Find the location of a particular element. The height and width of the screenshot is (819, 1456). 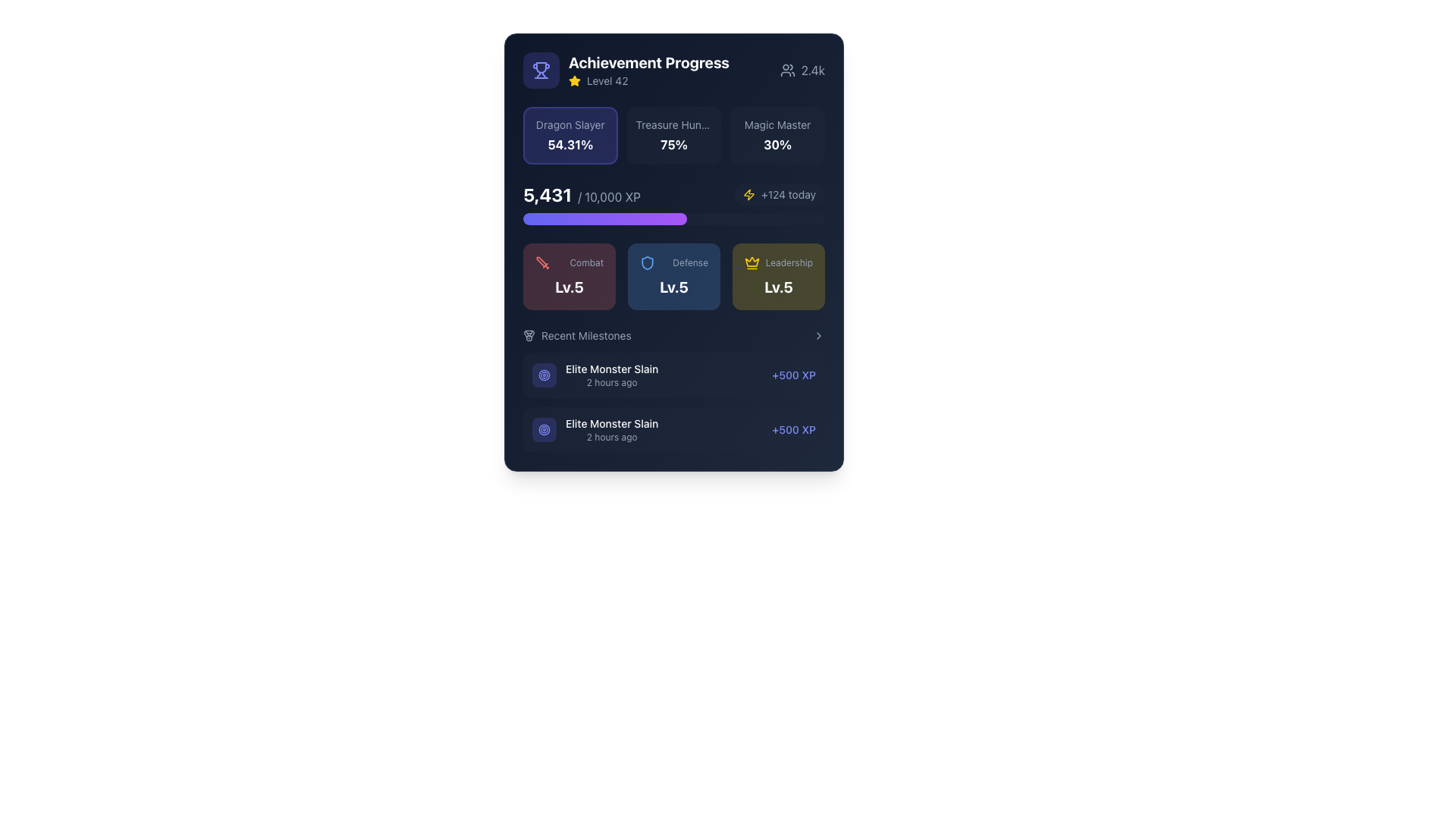

the Decorative icon located in the 'Recent Milestones' section, which symbolizes the achievement 'Elite Monster Slain' is located at coordinates (544, 375).